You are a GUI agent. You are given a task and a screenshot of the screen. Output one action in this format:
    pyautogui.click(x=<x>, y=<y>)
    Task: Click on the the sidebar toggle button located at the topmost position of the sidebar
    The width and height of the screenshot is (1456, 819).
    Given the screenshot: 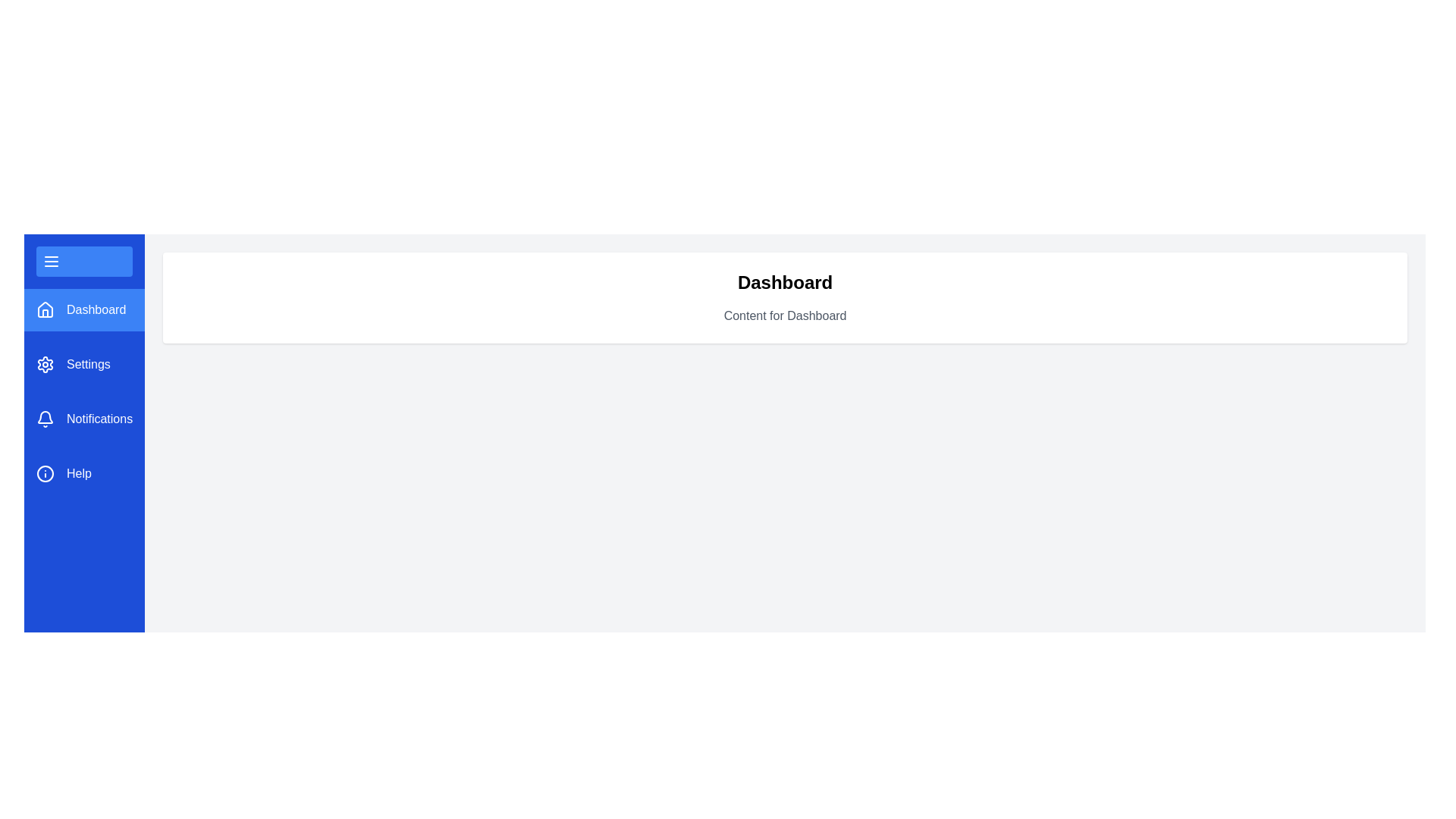 What is the action you would take?
    pyautogui.click(x=83, y=260)
    